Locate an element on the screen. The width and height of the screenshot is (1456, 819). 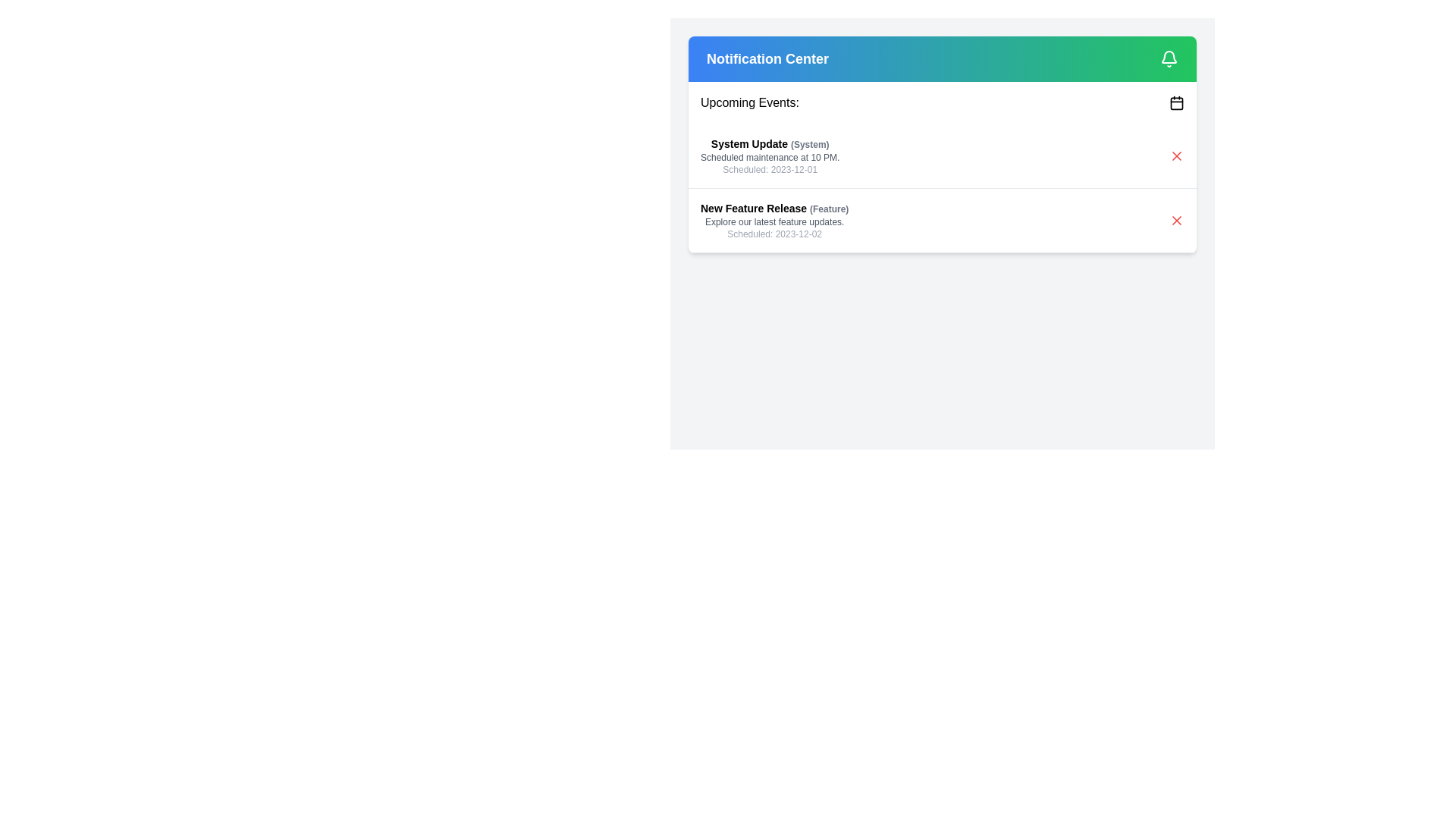
the text block displaying 'Explore our latest feature updates.' which is styled in a small, gray font and is located beneath the title 'New Feature Release' is located at coordinates (774, 222).